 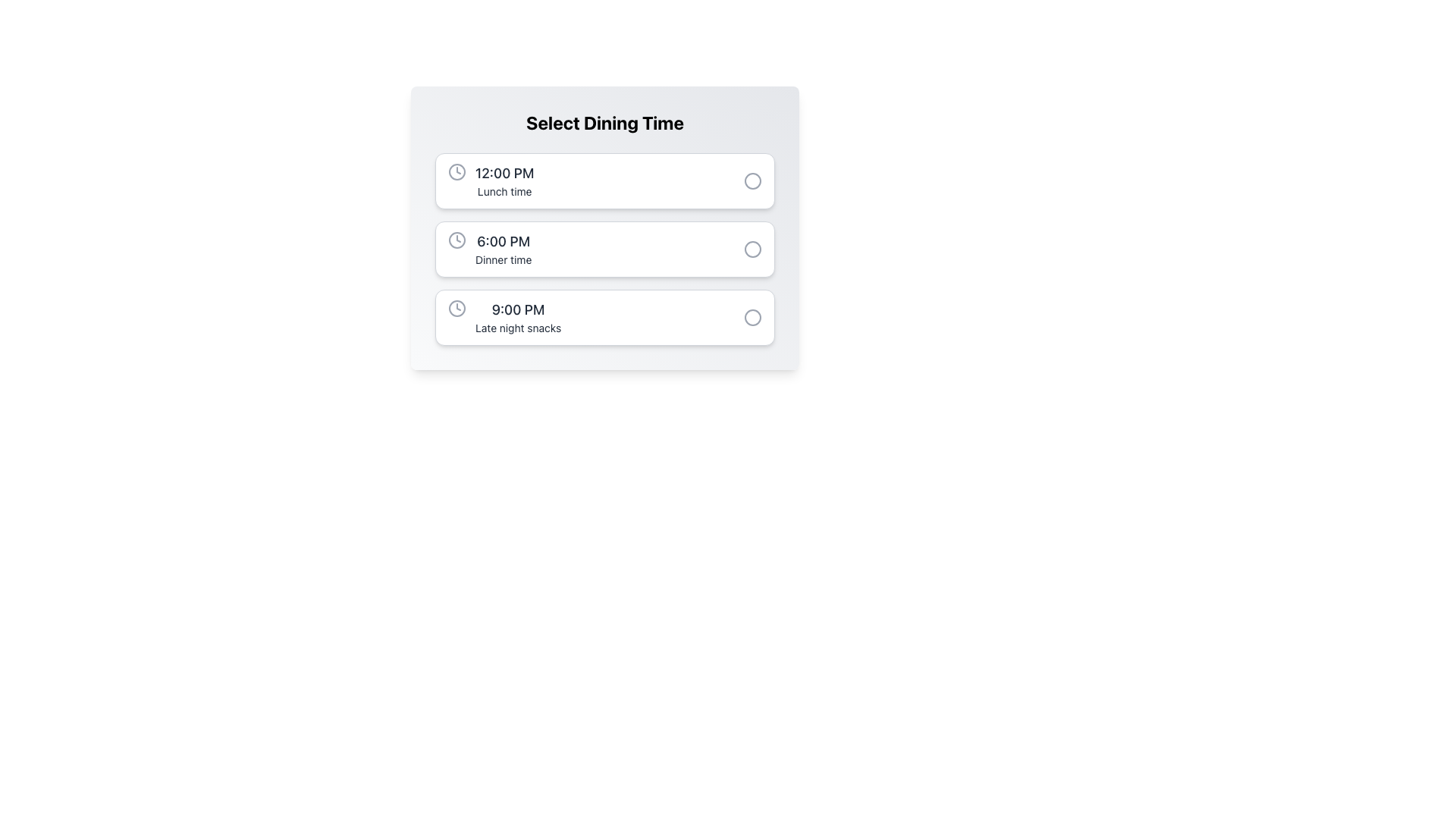 I want to click on the visual state of the circular SVG element styled in gray, located to the right of the text '12:00 PM' within the '12:00 PM Lunch time' panel, so click(x=753, y=180).